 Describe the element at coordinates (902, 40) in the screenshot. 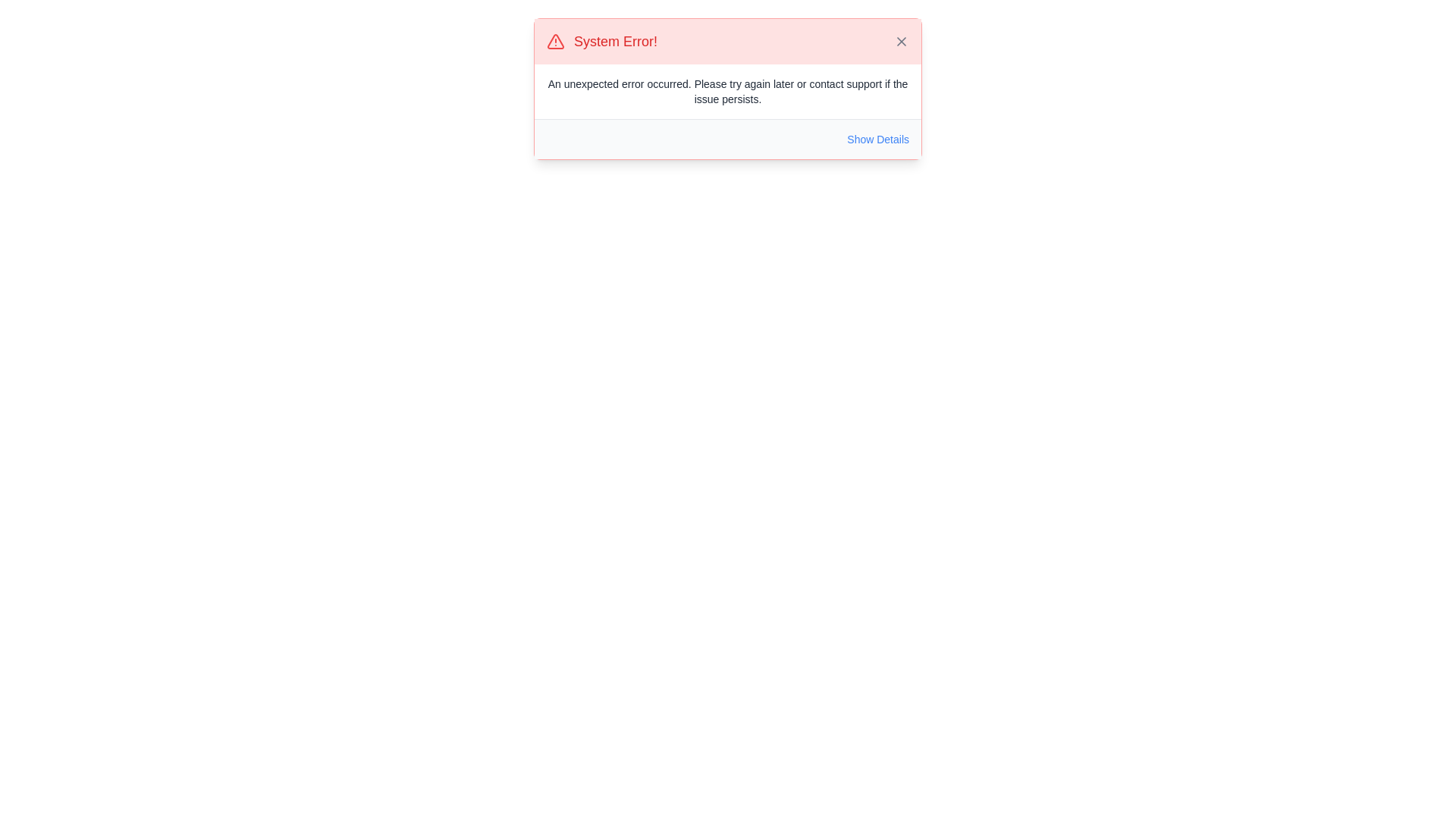

I see `the close button located at the top-right corner of the red alert box` at that location.